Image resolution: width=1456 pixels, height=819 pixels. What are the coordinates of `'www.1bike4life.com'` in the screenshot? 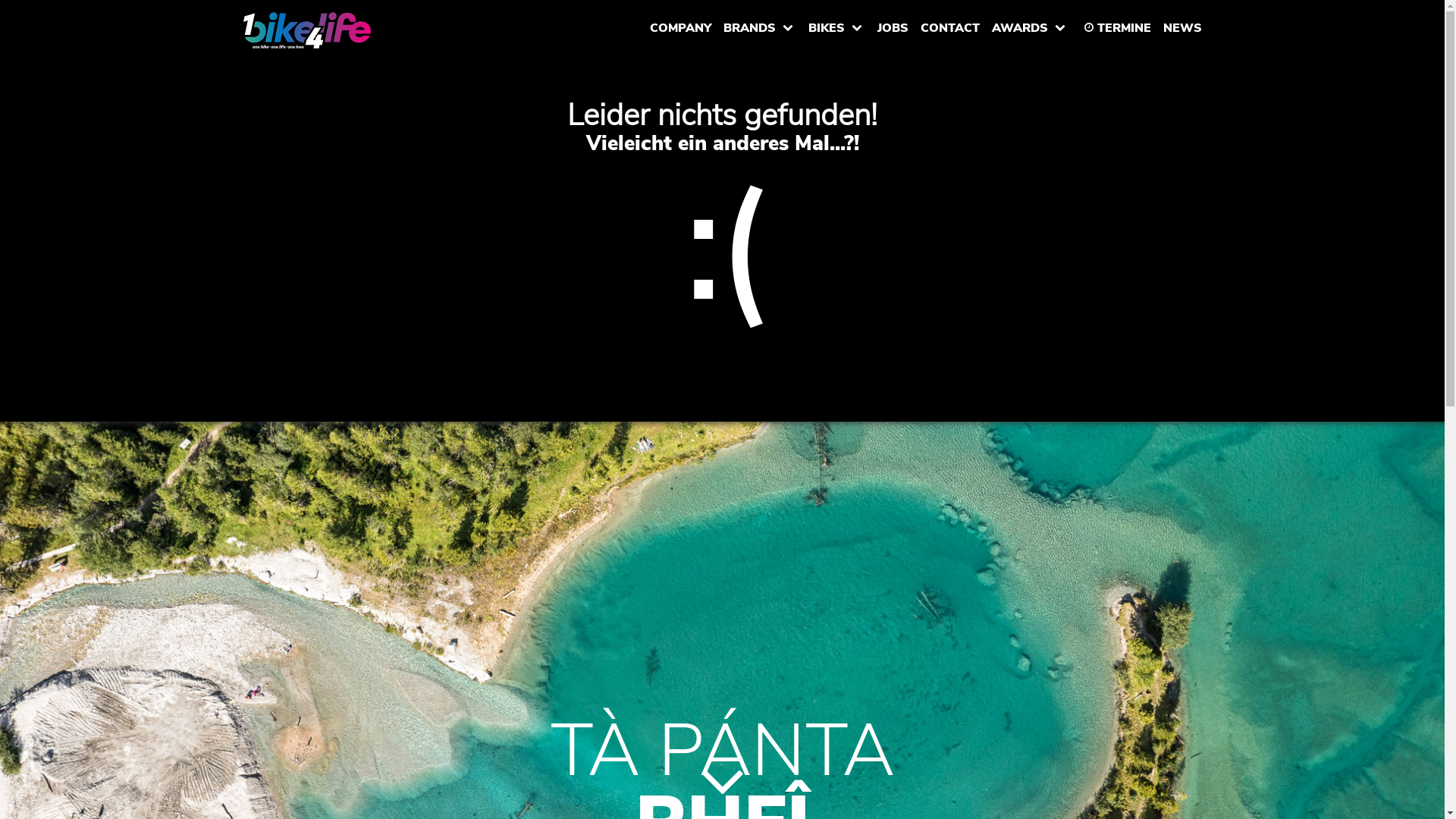 It's located at (305, 30).